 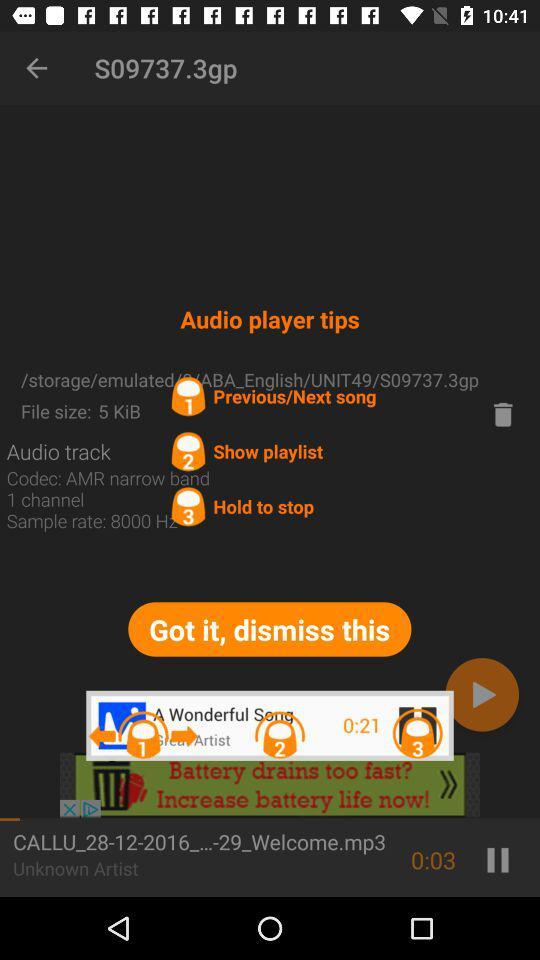 What do you see at coordinates (481, 694) in the screenshot?
I see `go forward next page` at bounding box center [481, 694].